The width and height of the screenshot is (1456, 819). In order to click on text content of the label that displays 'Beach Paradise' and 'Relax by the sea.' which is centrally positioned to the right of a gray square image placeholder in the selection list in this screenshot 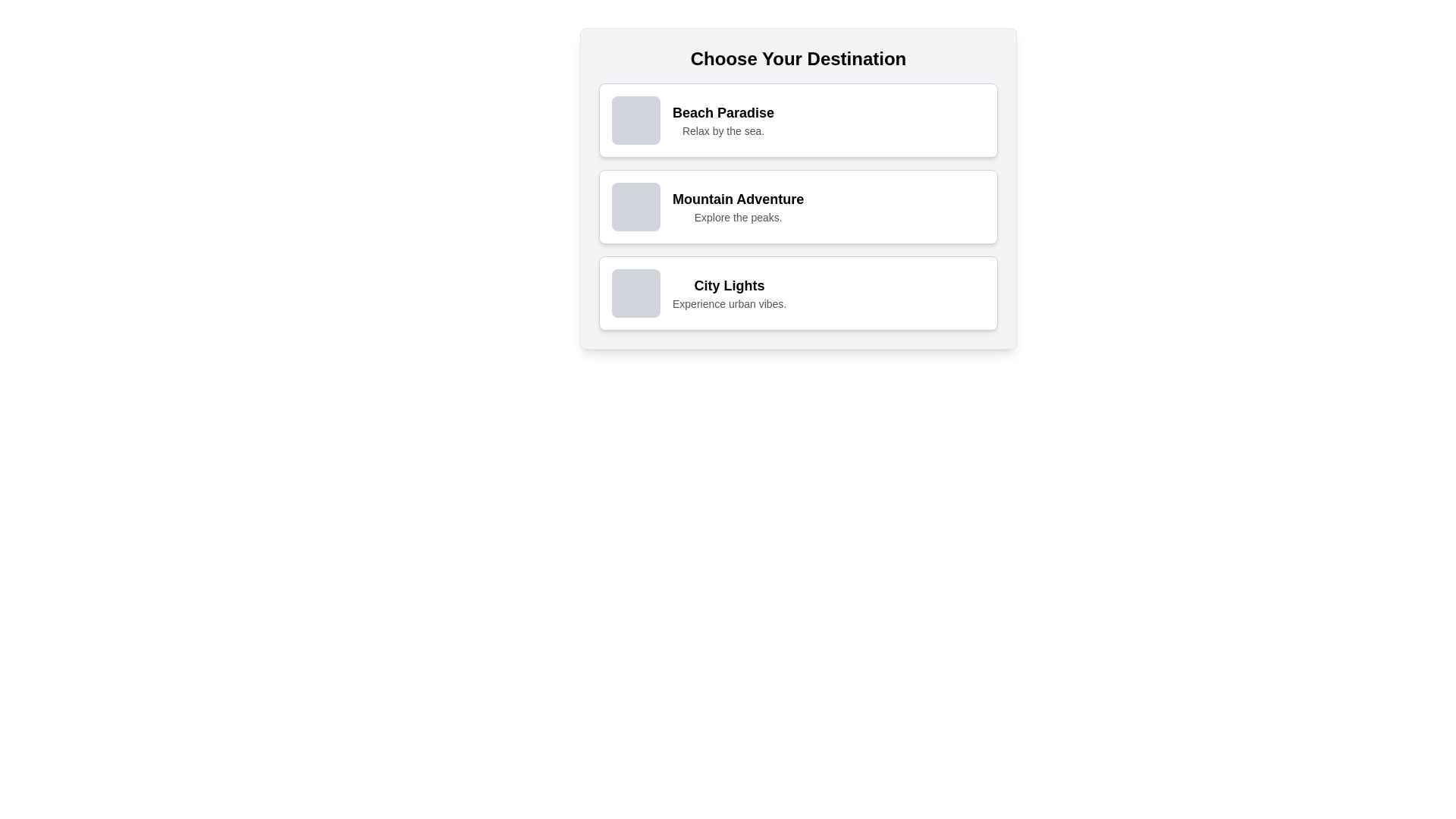, I will do `click(723, 119)`.